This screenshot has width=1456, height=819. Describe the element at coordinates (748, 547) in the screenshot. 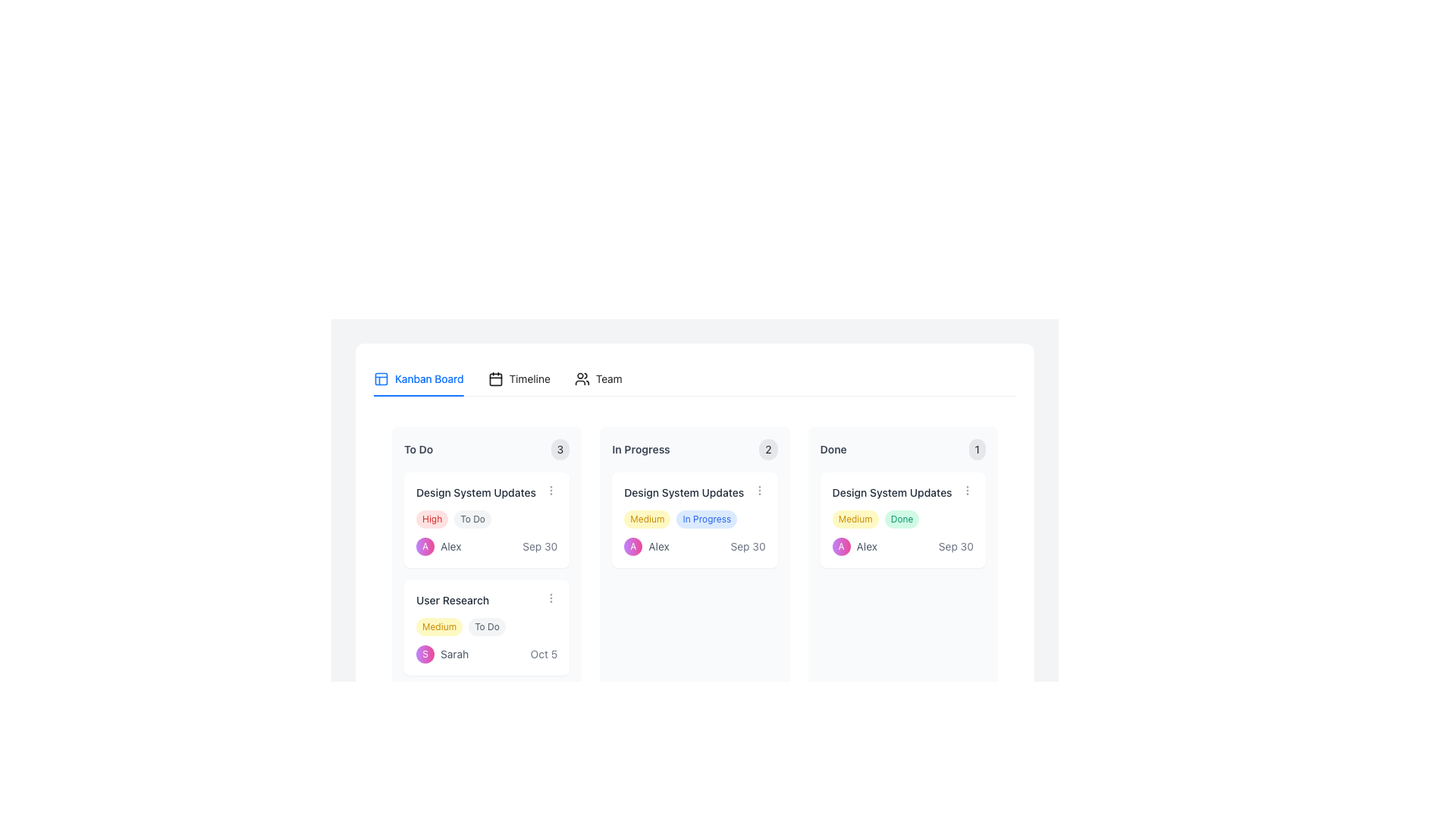

I see `the text label displaying 'Sep 30' located in the lower-right corner of the task card labeled 'In Progress', positioned after 'Alex'` at that location.